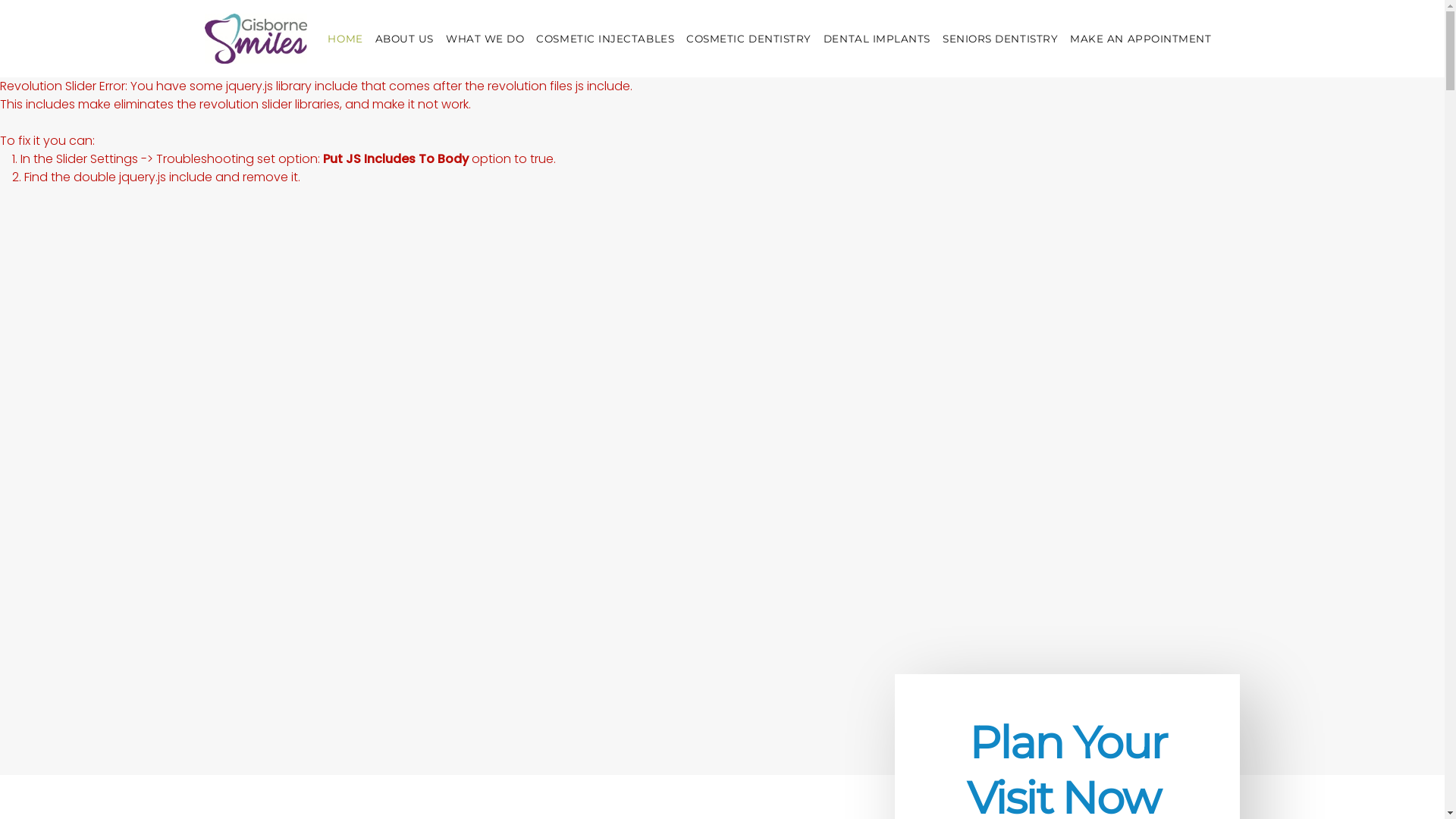 This screenshot has height=819, width=1456. Describe the element at coordinates (1069, 37) in the screenshot. I see `'MAKE AN APPOINTMENT'` at that location.